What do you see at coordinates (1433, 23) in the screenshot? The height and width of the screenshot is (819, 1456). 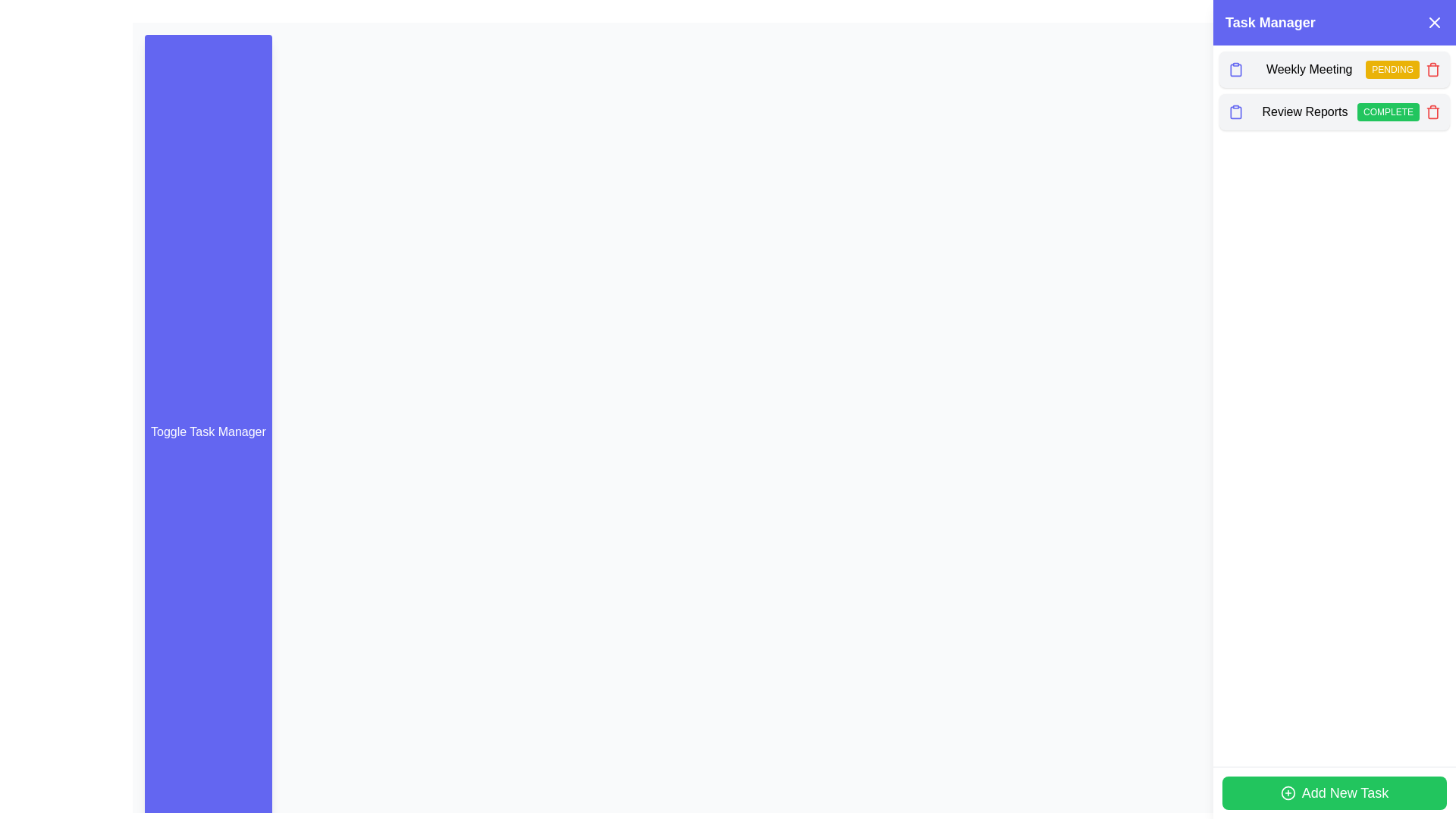 I see `the close button icon located at the top-right corner of the 'Task Manager' panel` at bounding box center [1433, 23].